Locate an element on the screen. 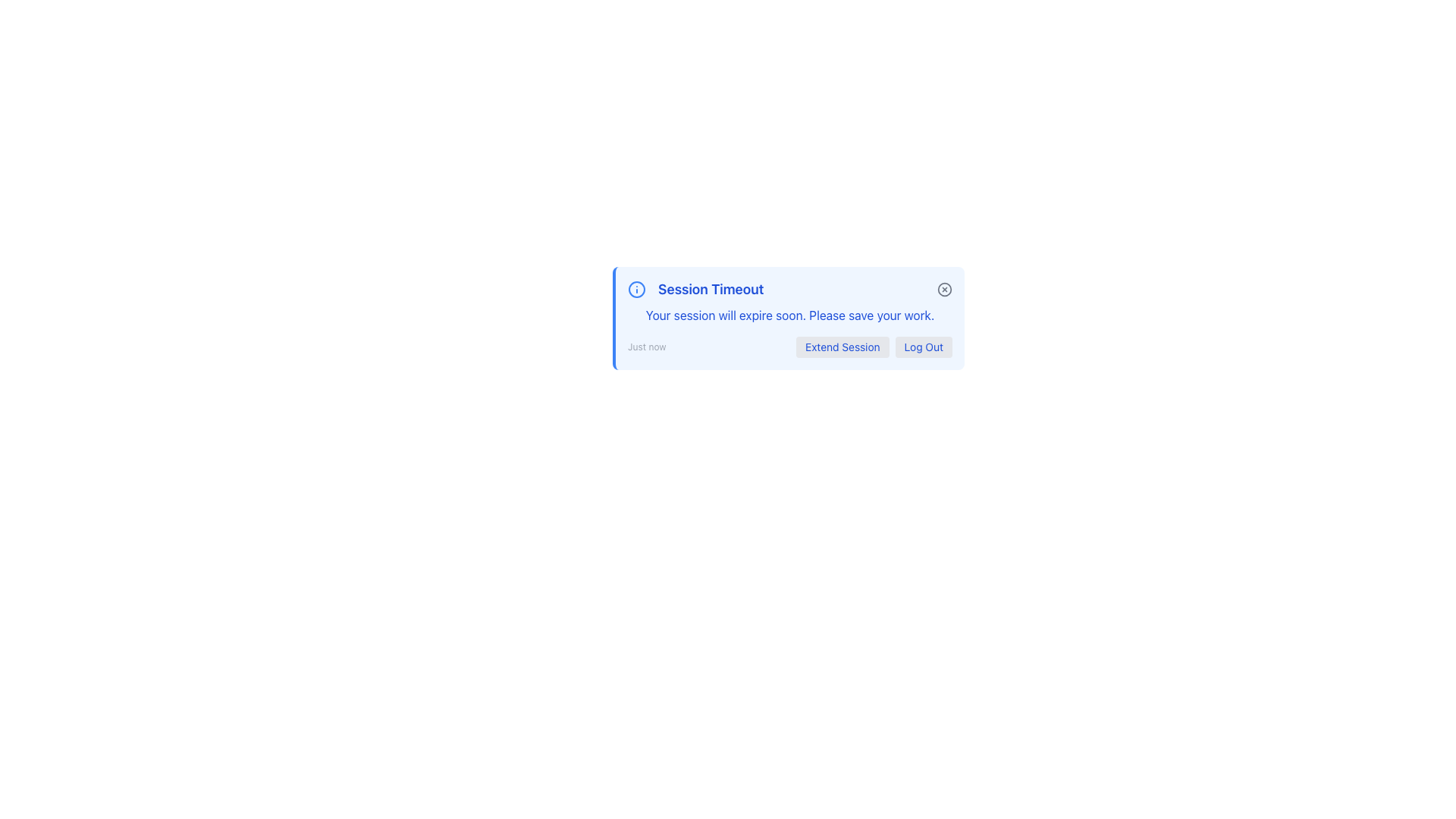 The width and height of the screenshot is (1456, 819). the circular graphic component located in the top-right corner of the 'Session Timeout' dialog box, which has a noticeable border is located at coordinates (944, 289).